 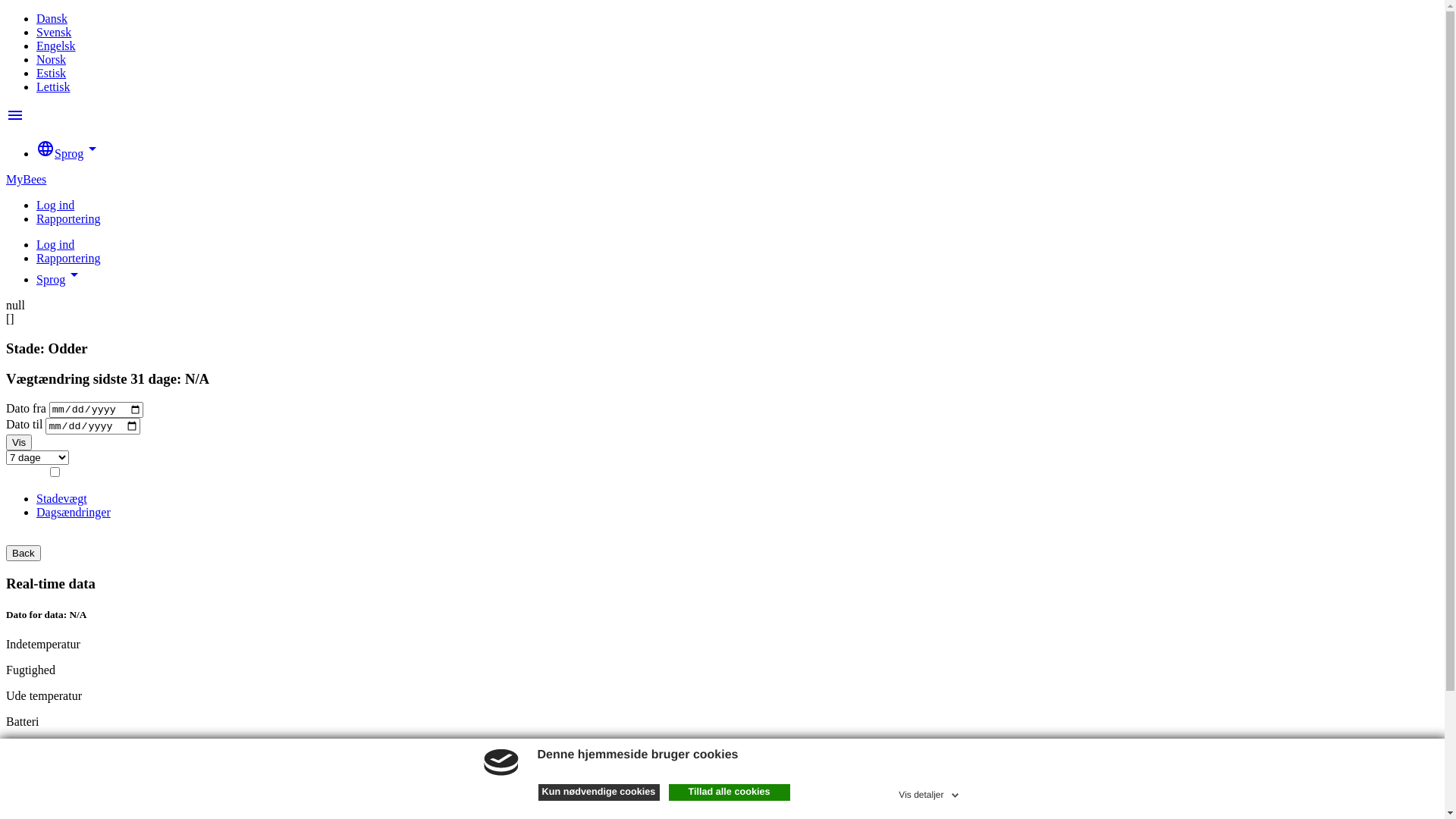 I want to click on 'Back', so click(x=23, y=553).